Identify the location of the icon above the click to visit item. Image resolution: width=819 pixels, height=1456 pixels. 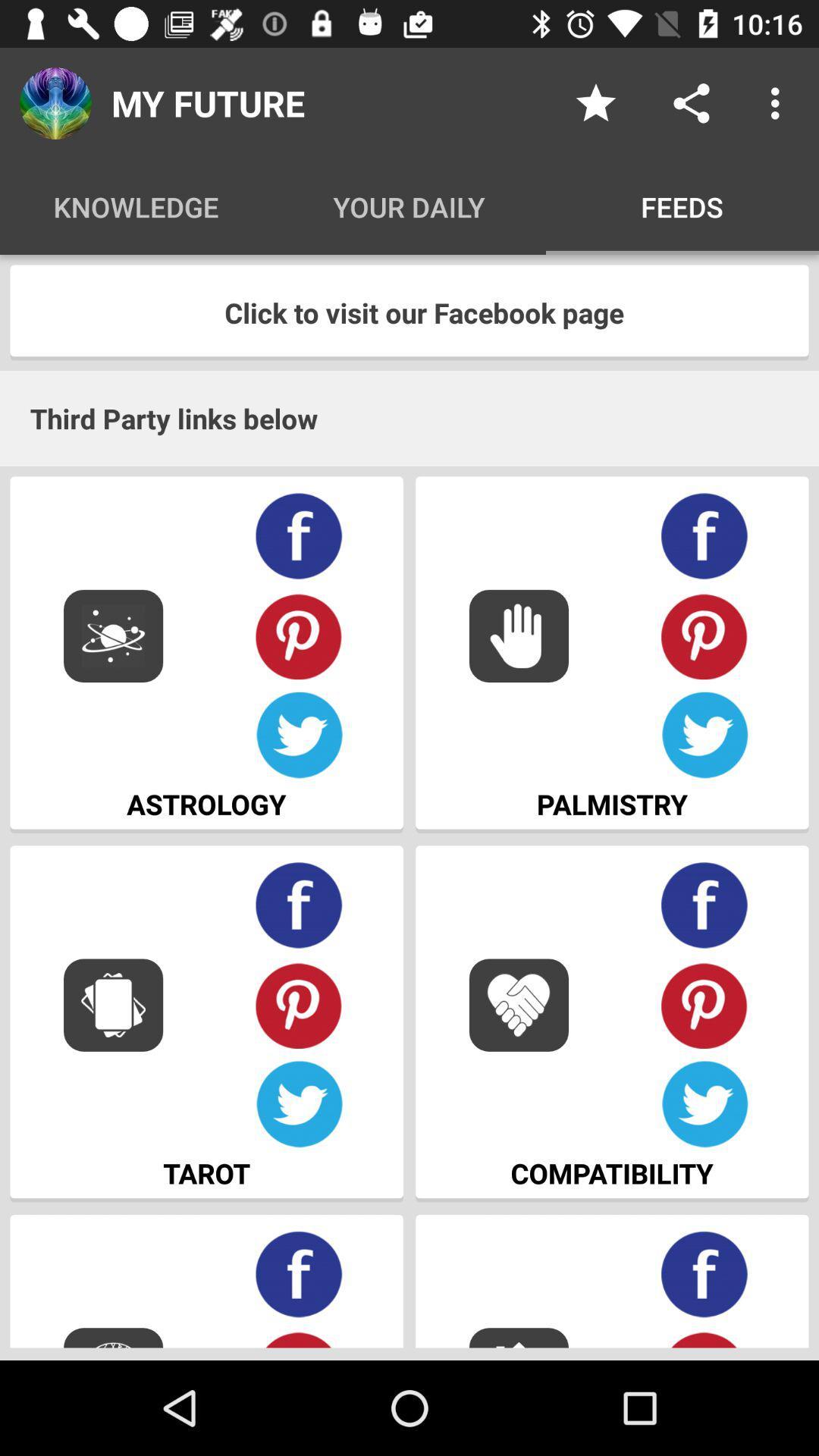
(779, 102).